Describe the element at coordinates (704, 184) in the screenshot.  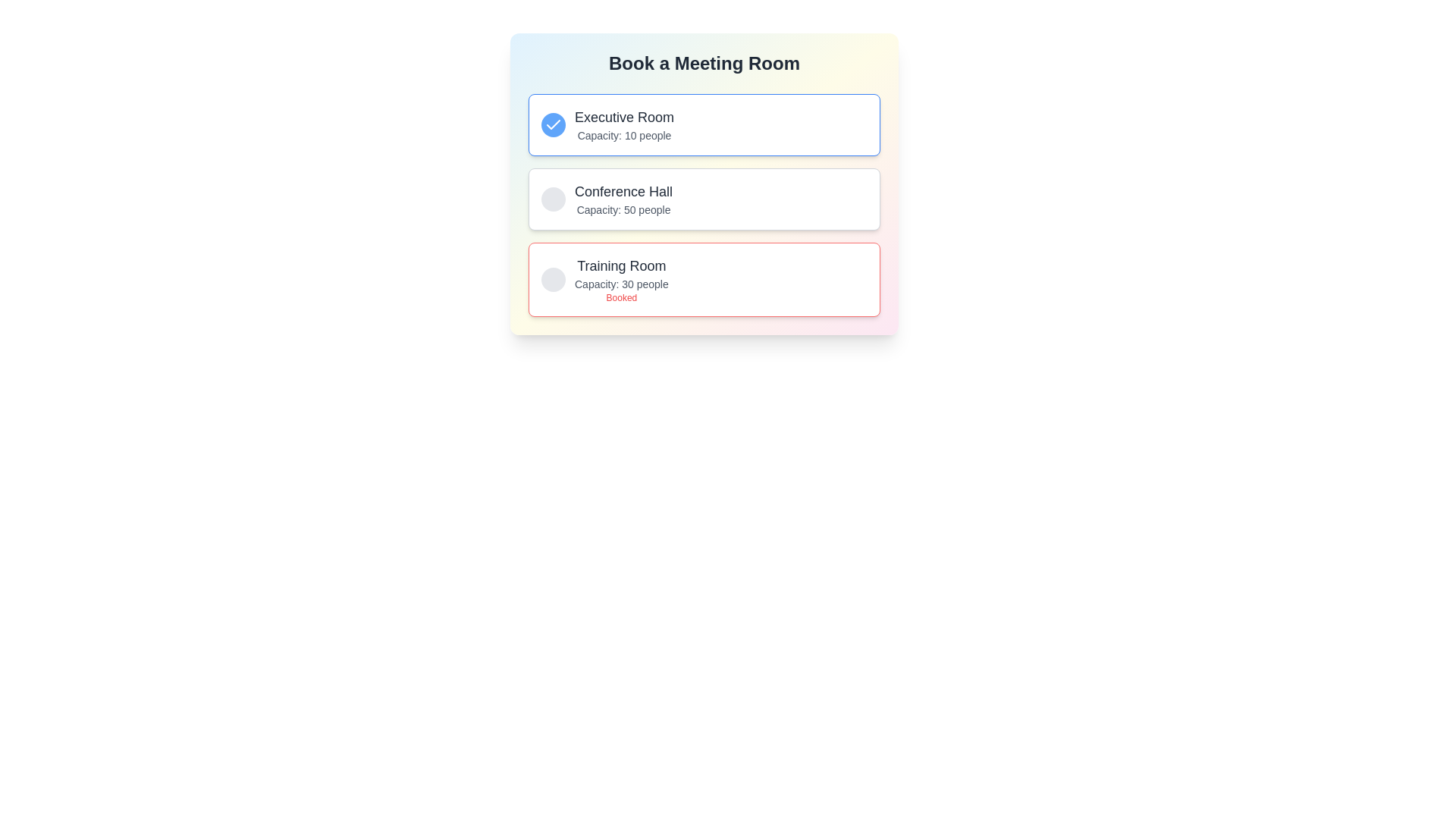
I see `the selectable list item for 'Book a Meeting Room', which is the second section in the list of room options` at that location.